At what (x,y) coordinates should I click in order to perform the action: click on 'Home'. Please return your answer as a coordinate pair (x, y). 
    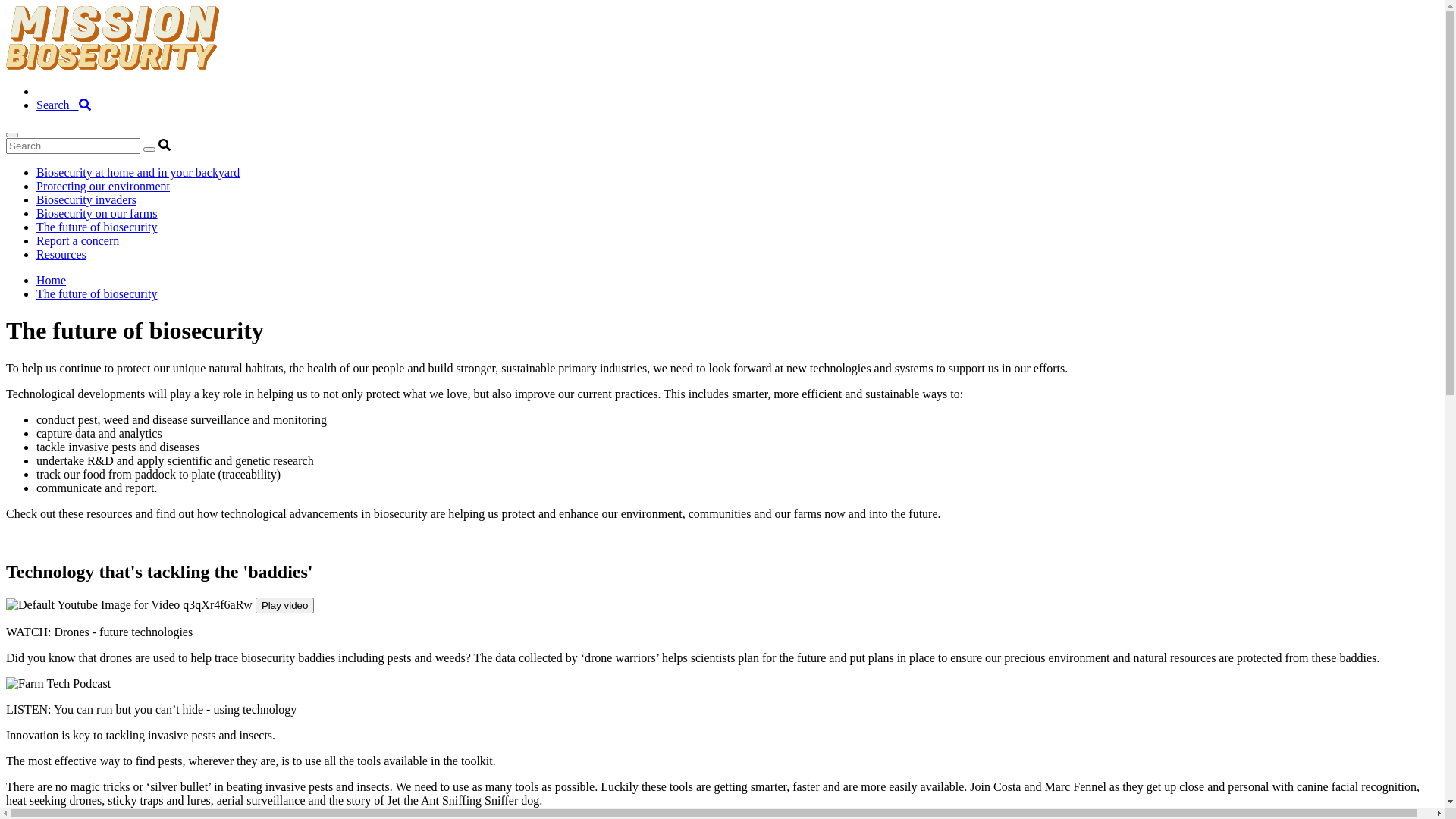
    Looking at the image, I should click on (36, 280).